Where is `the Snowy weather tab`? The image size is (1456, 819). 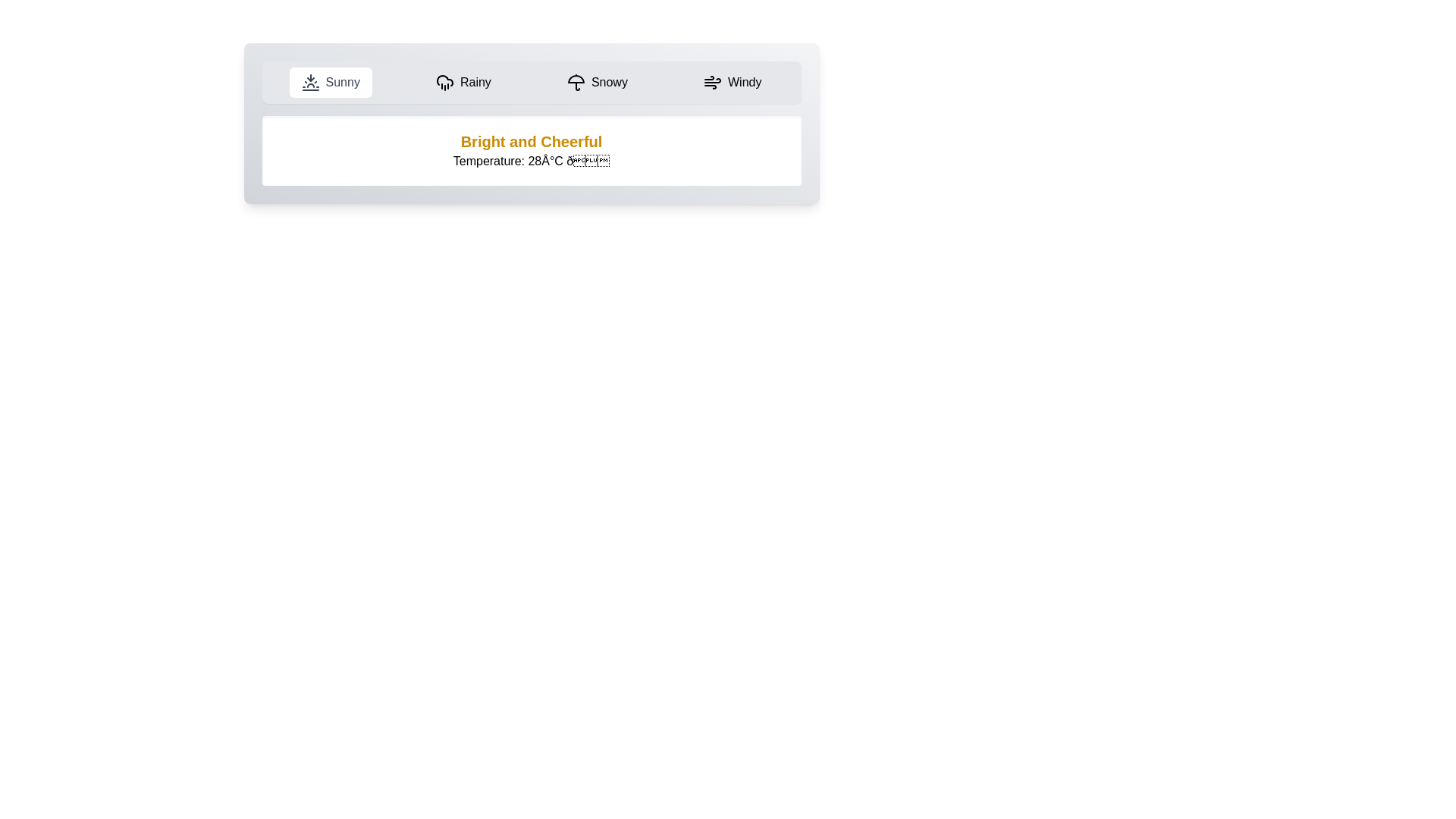 the Snowy weather tab is located at coordinates (596, 82).